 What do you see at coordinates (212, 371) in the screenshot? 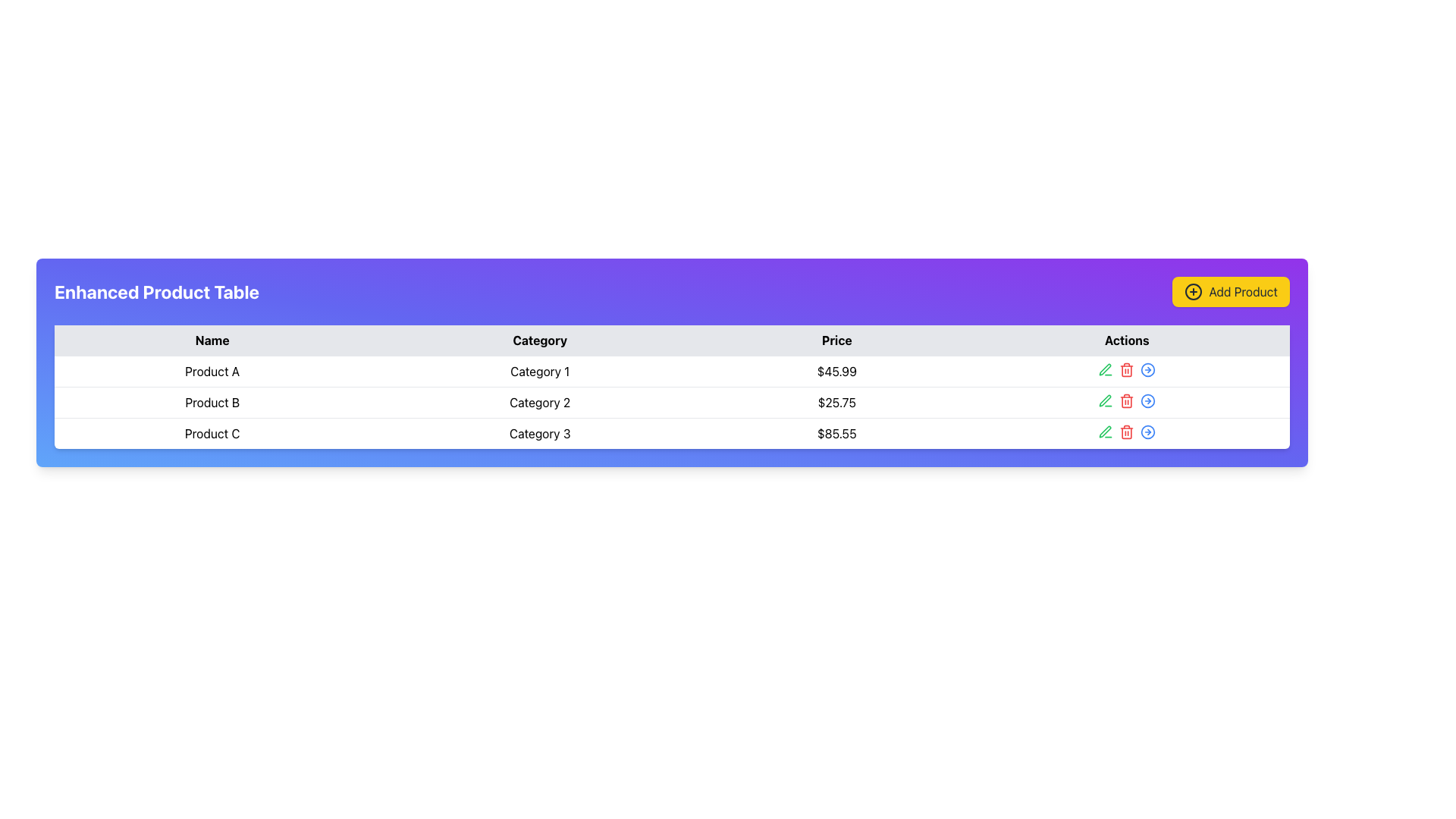
I see `the text label element that reads 'Product A'` at bounding box center [212, 371].